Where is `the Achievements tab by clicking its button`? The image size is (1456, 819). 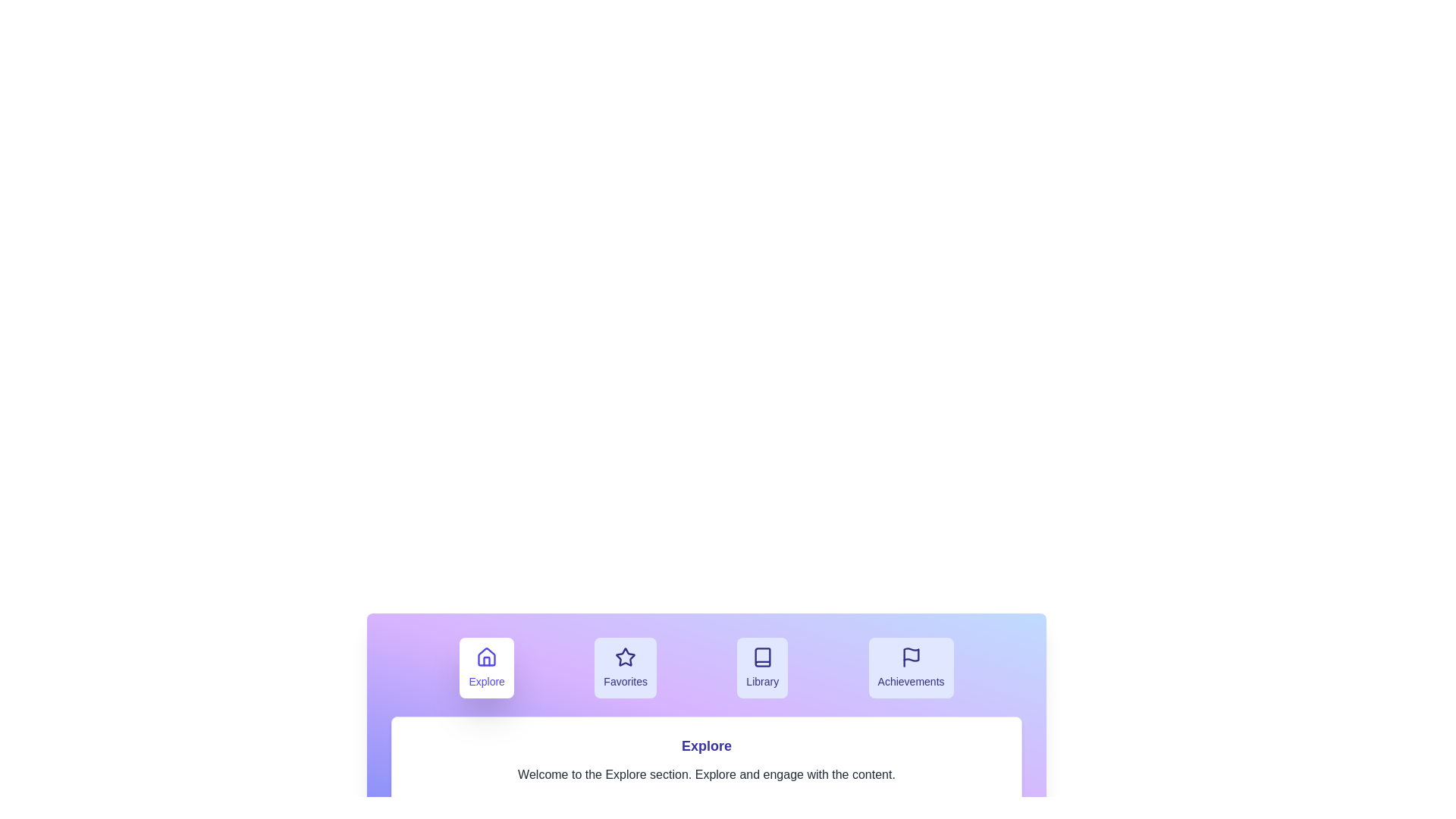 the Achievements tab by clicking its button is located at coordinates (910, 667).